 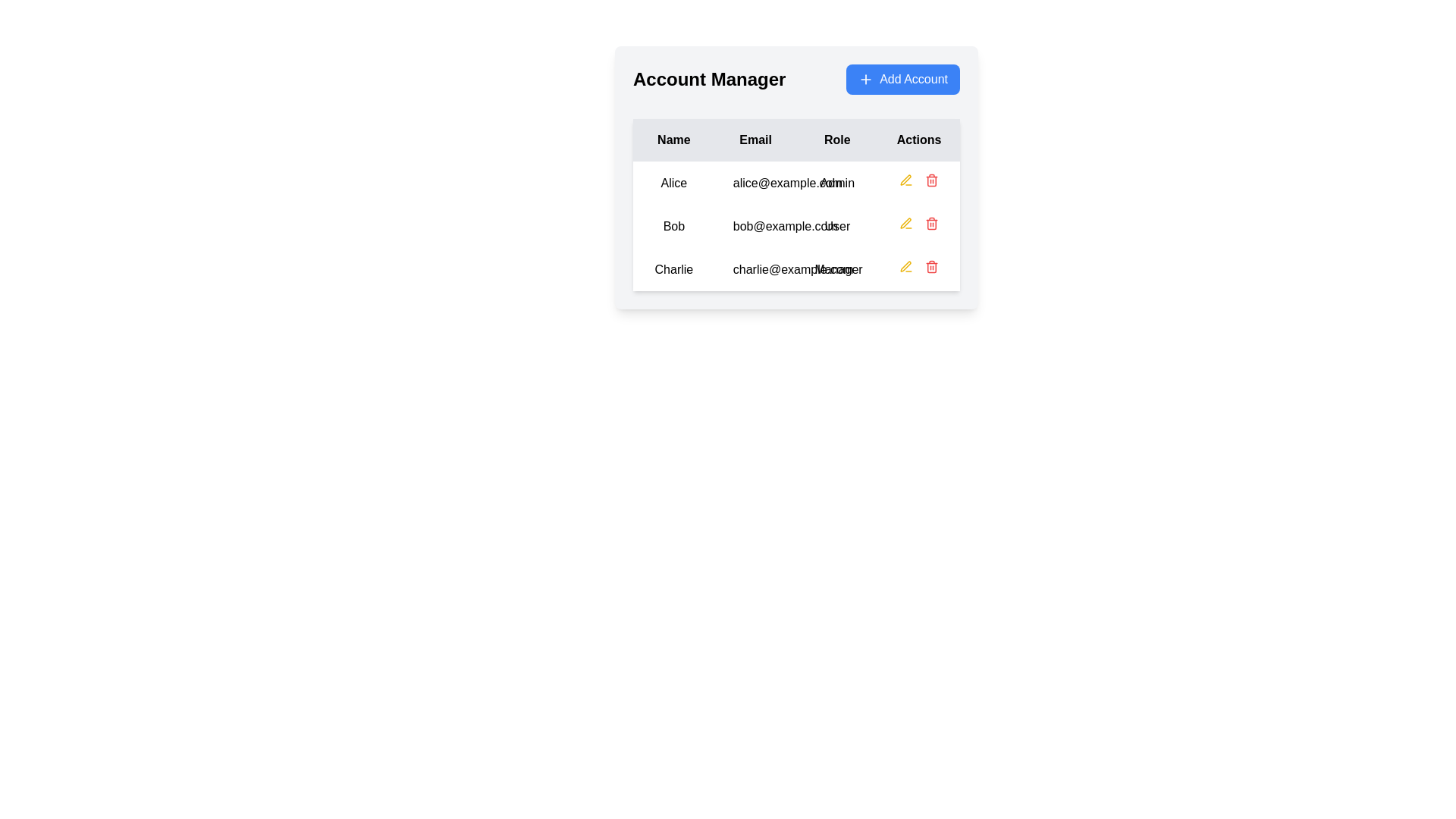 What do you see at coordinates (795, 140) in the screenshot?
I see `the gray table header that contains bold text for the columns: 'Name', 'Email', 'Role', and 'Actions', located at the top row of the table` at bounding box center [795, 140].